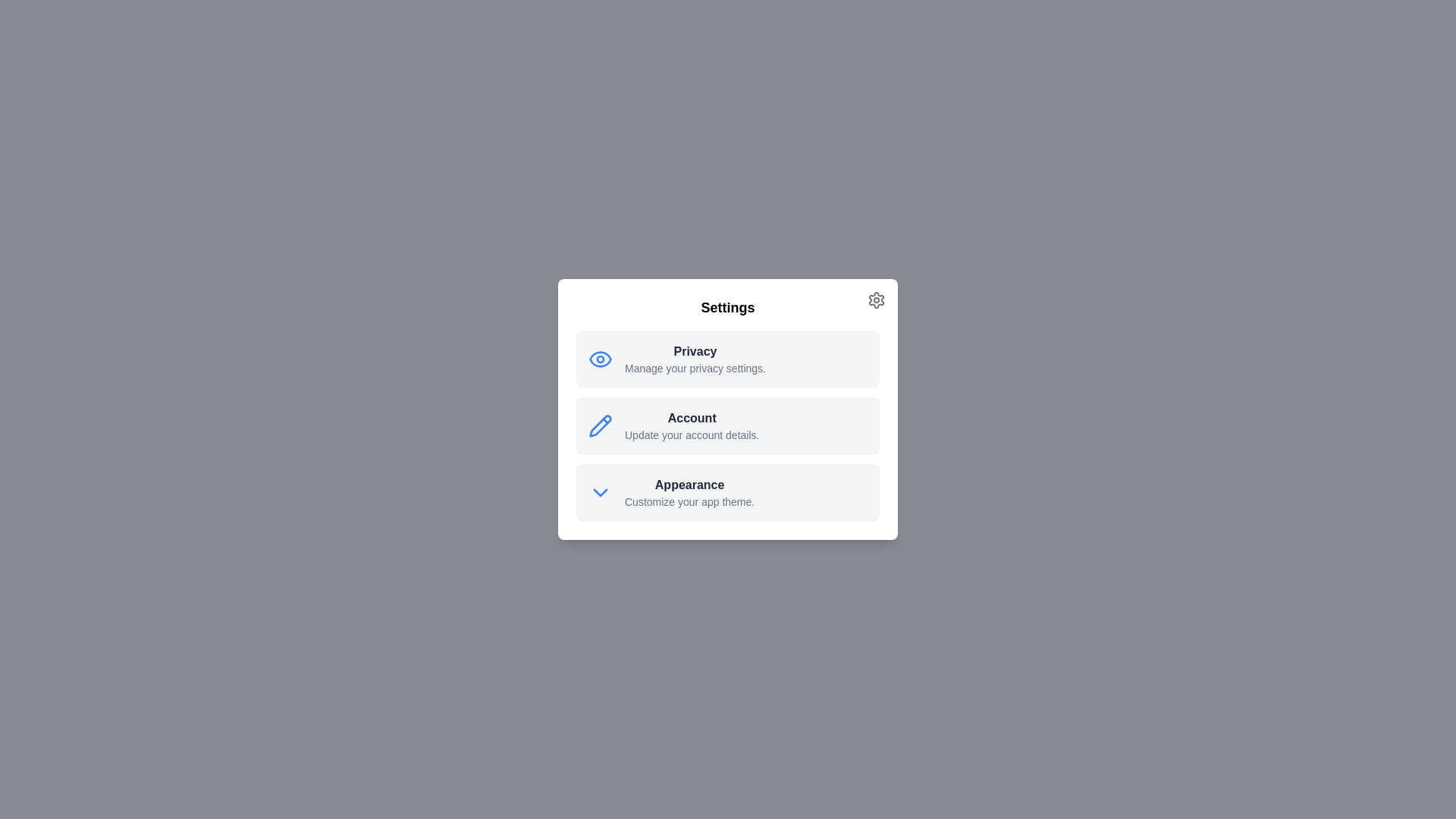  What do you see at coordinates (728, 359) in the screenshot?
I see `the desired setting: Privacy` at bounding box center [728, 359].